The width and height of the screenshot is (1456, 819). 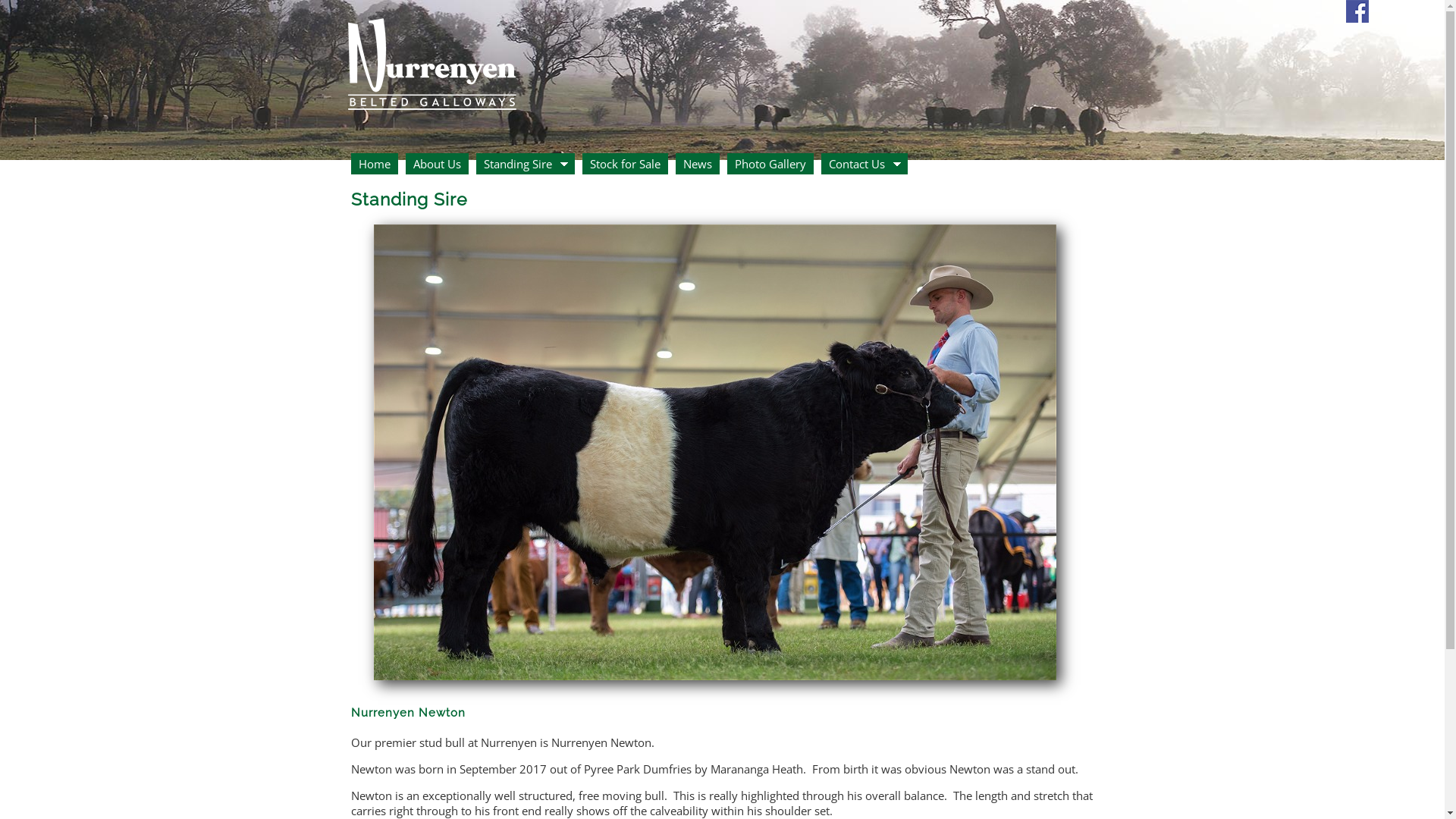 What do you see at coordinates (349, 164) in the screenshot?
I see `'Home'` at bounding box center [349, 164].